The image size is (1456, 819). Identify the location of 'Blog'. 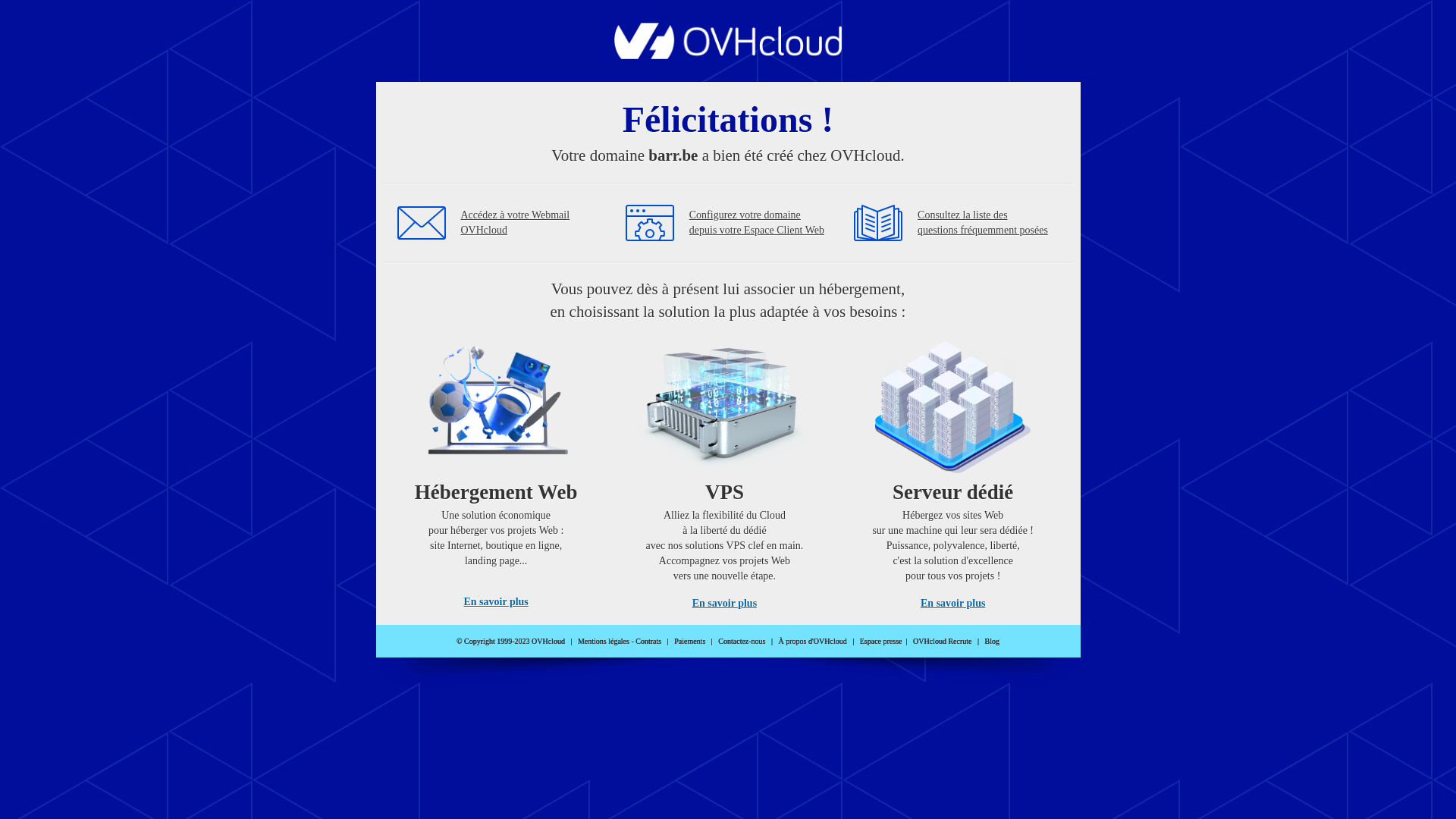
(992, 641).